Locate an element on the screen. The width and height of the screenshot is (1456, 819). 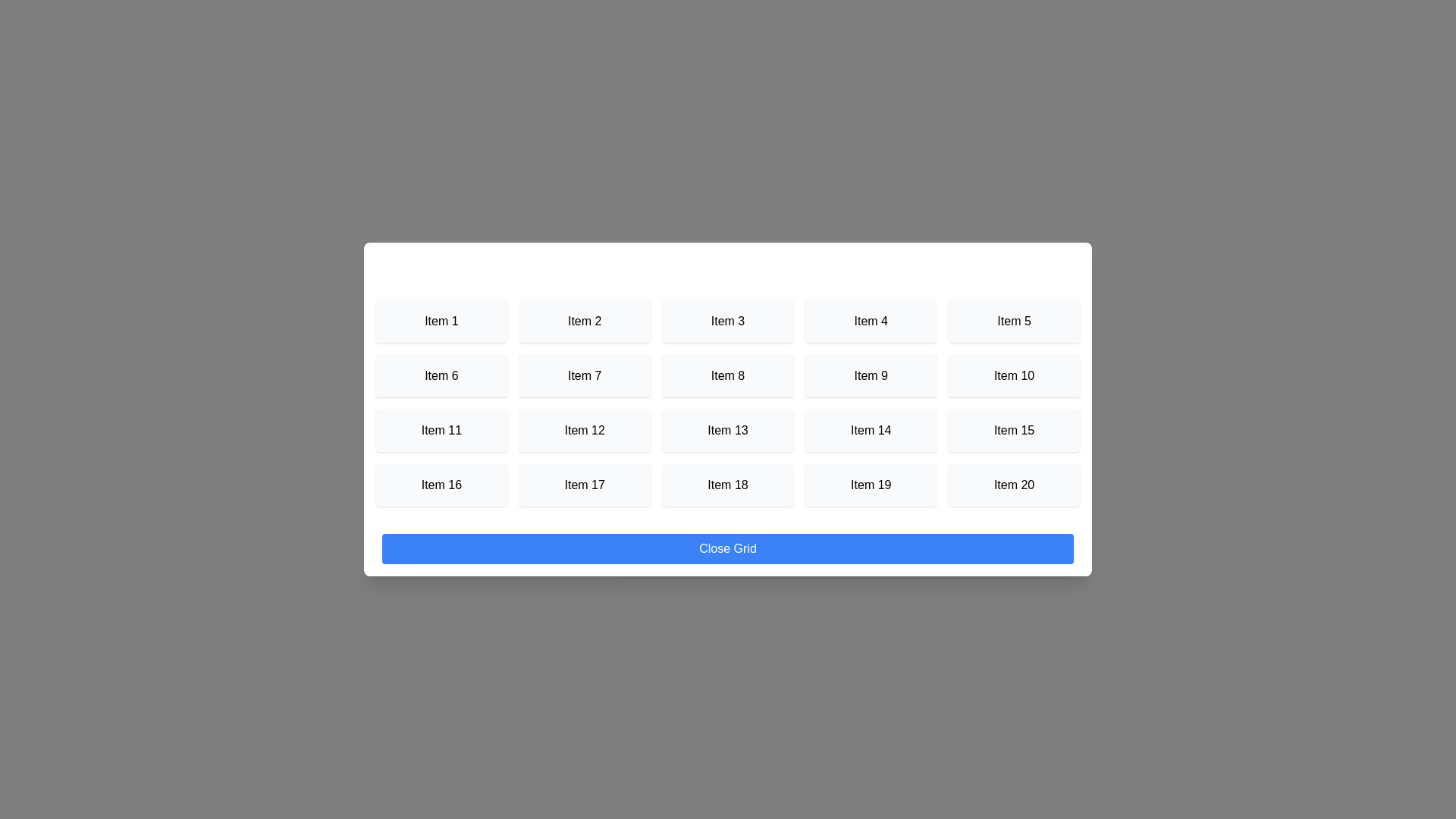
the close button in the top-right corner of the dialog is located at coordinates (1055, 265).